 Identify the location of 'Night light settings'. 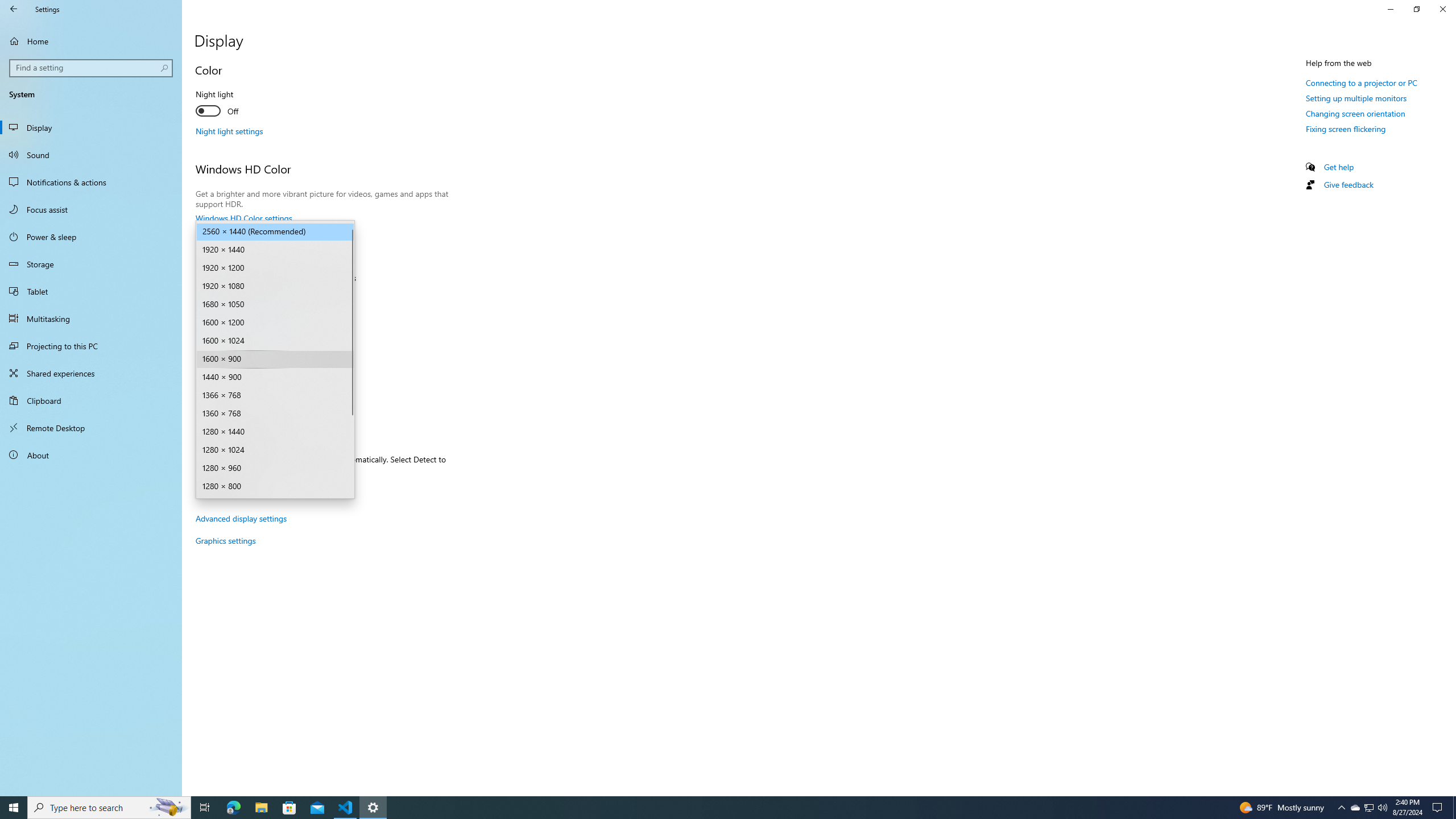
(229, 130).